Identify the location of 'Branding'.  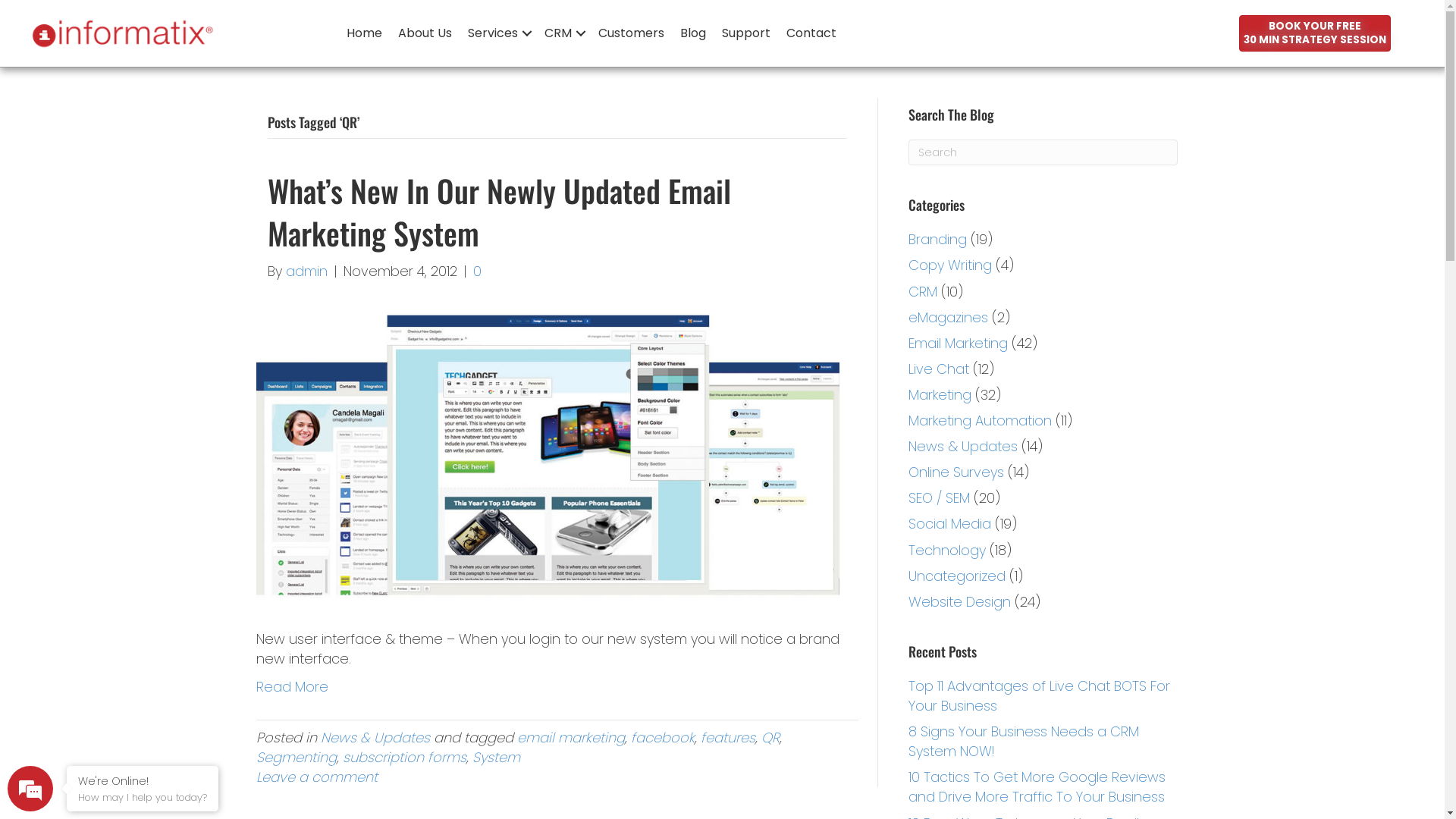
(937, 239).